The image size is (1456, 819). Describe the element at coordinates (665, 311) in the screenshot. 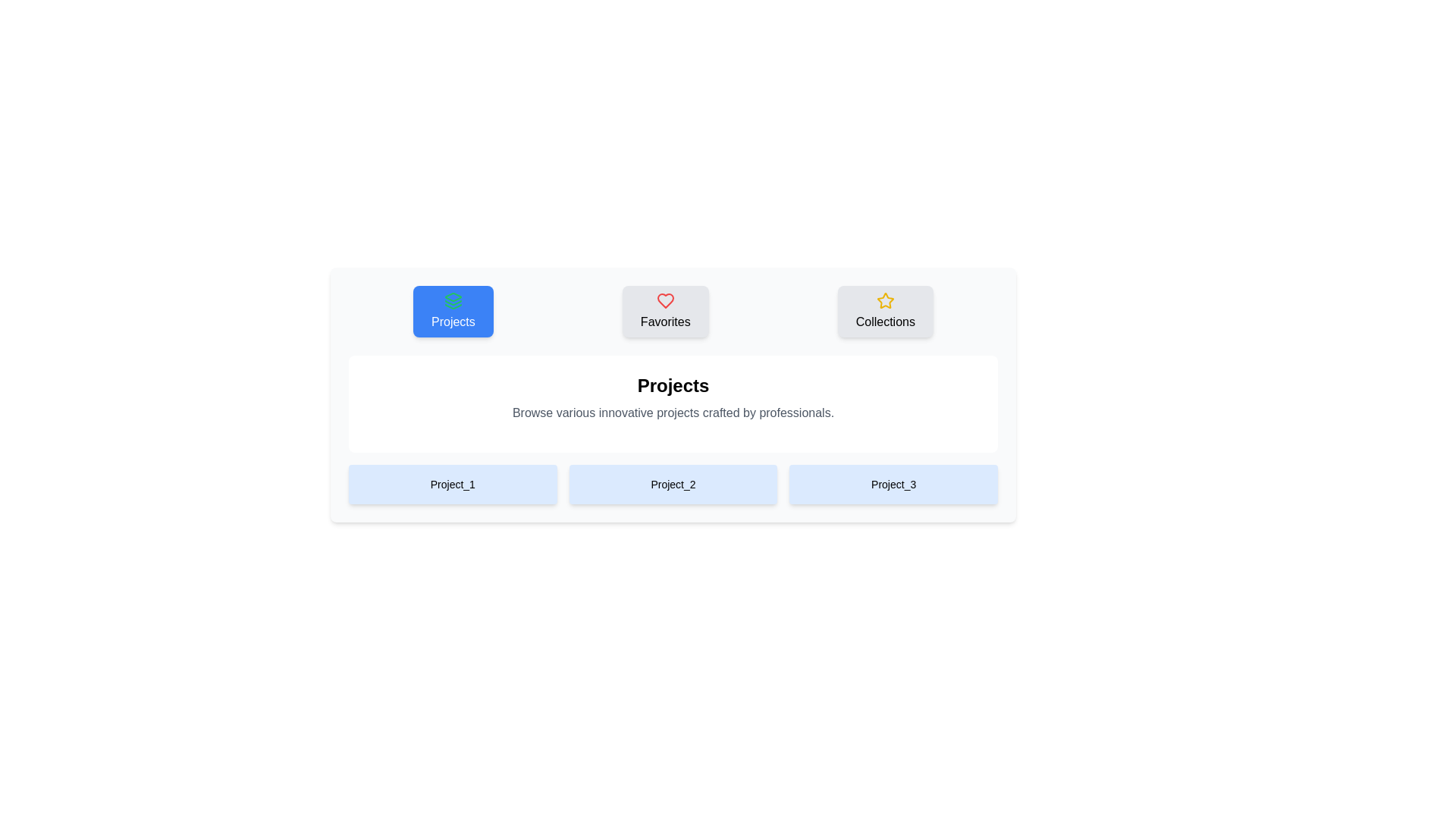

I see `the Favorites tab by clicking on it` at that location.